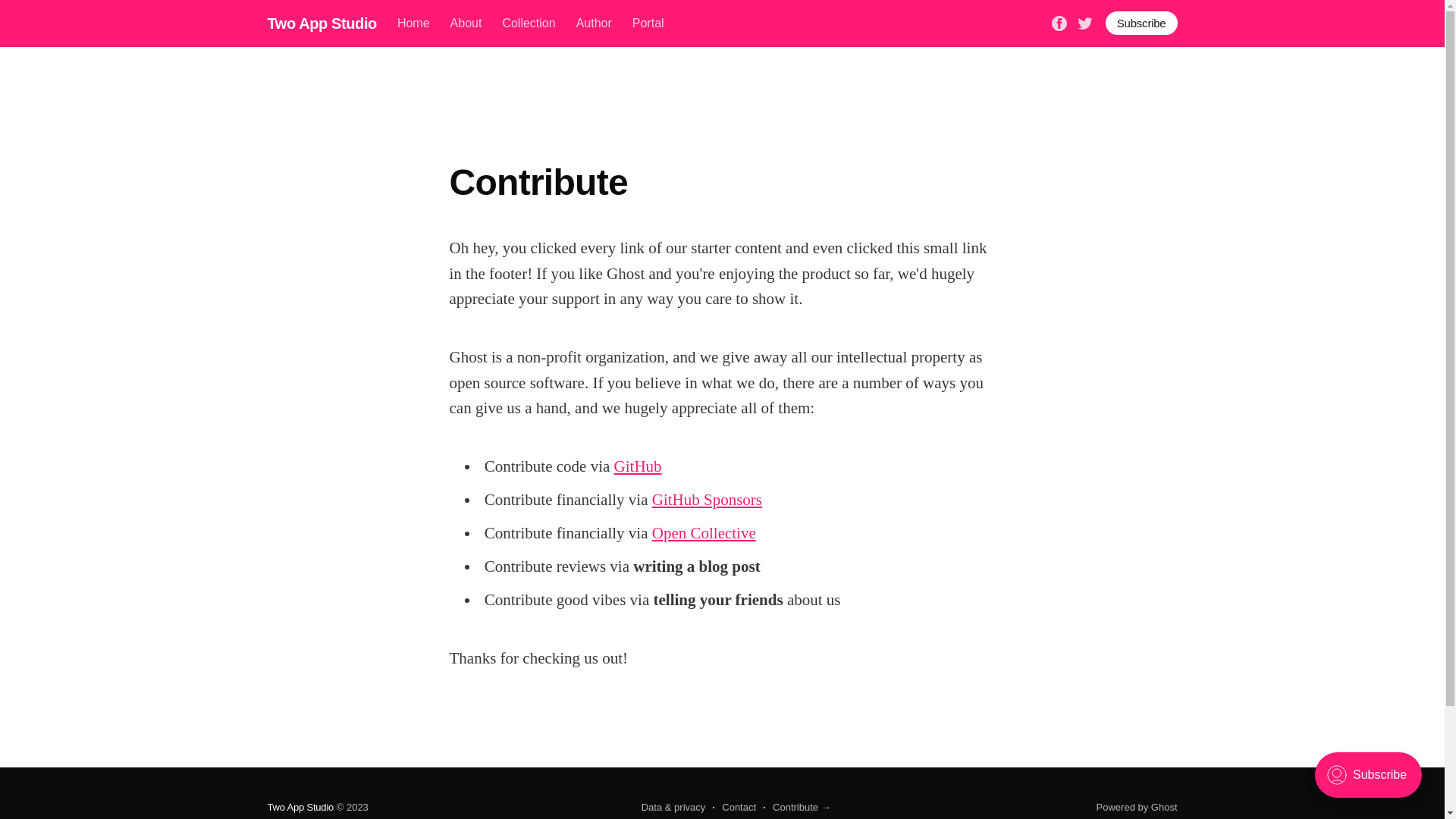  What do you see at coordinates (1141, 23) in the screenshot?
I see `'Subscribe'` at bounding box center [1141, 23].